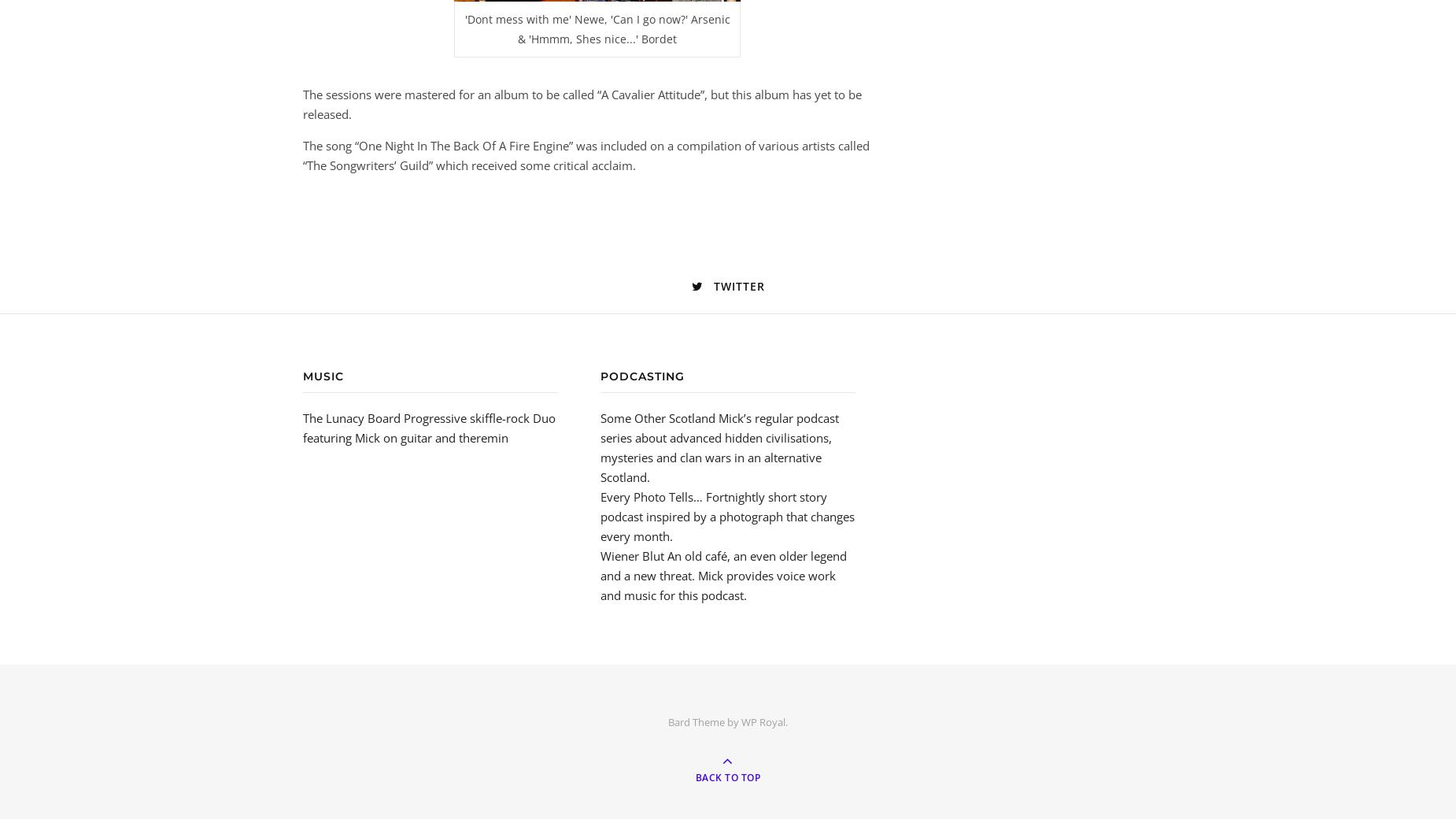 The image size is (1456, 819). Describe the element at coordinates (642, 376) in the screenshot. I see `'Podcasting'` at that location.